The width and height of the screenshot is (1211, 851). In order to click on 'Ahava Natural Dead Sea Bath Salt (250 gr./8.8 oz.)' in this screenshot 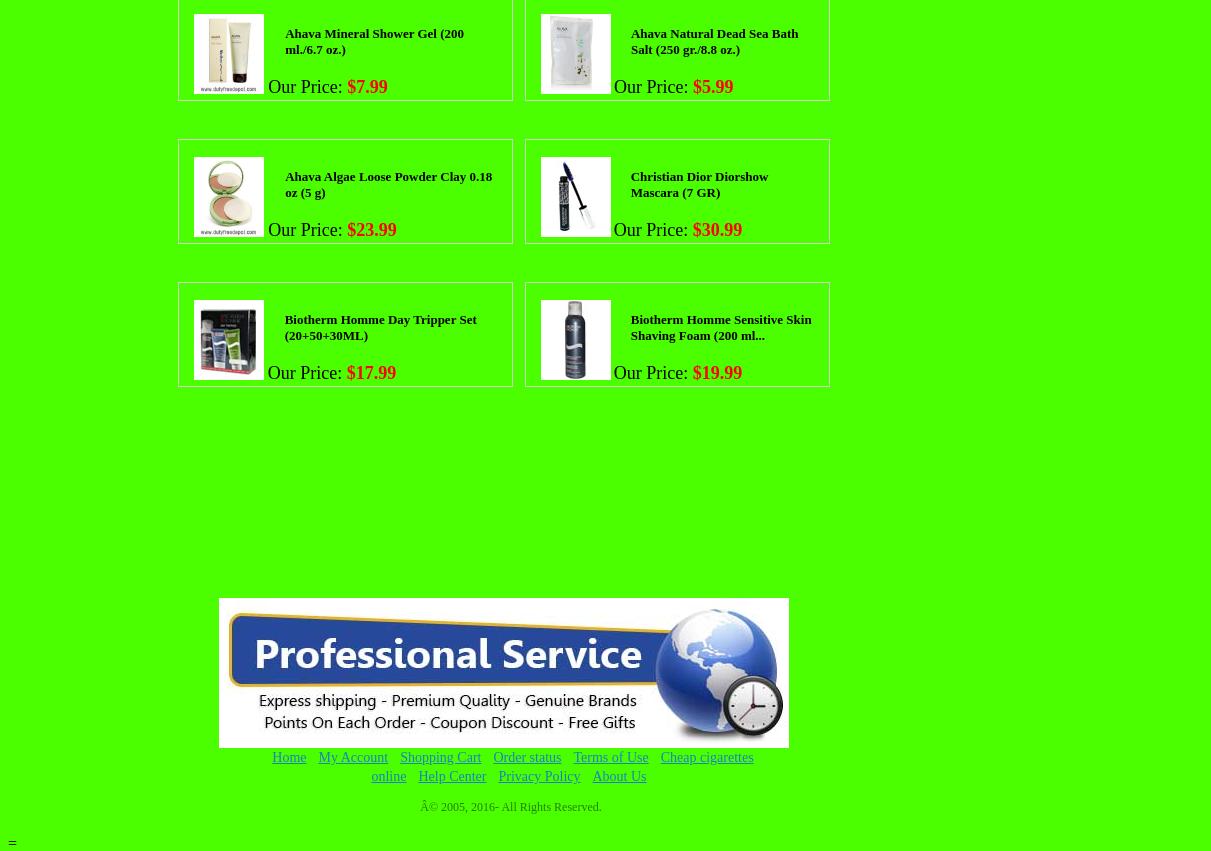, I will do `click(713, 40)`.